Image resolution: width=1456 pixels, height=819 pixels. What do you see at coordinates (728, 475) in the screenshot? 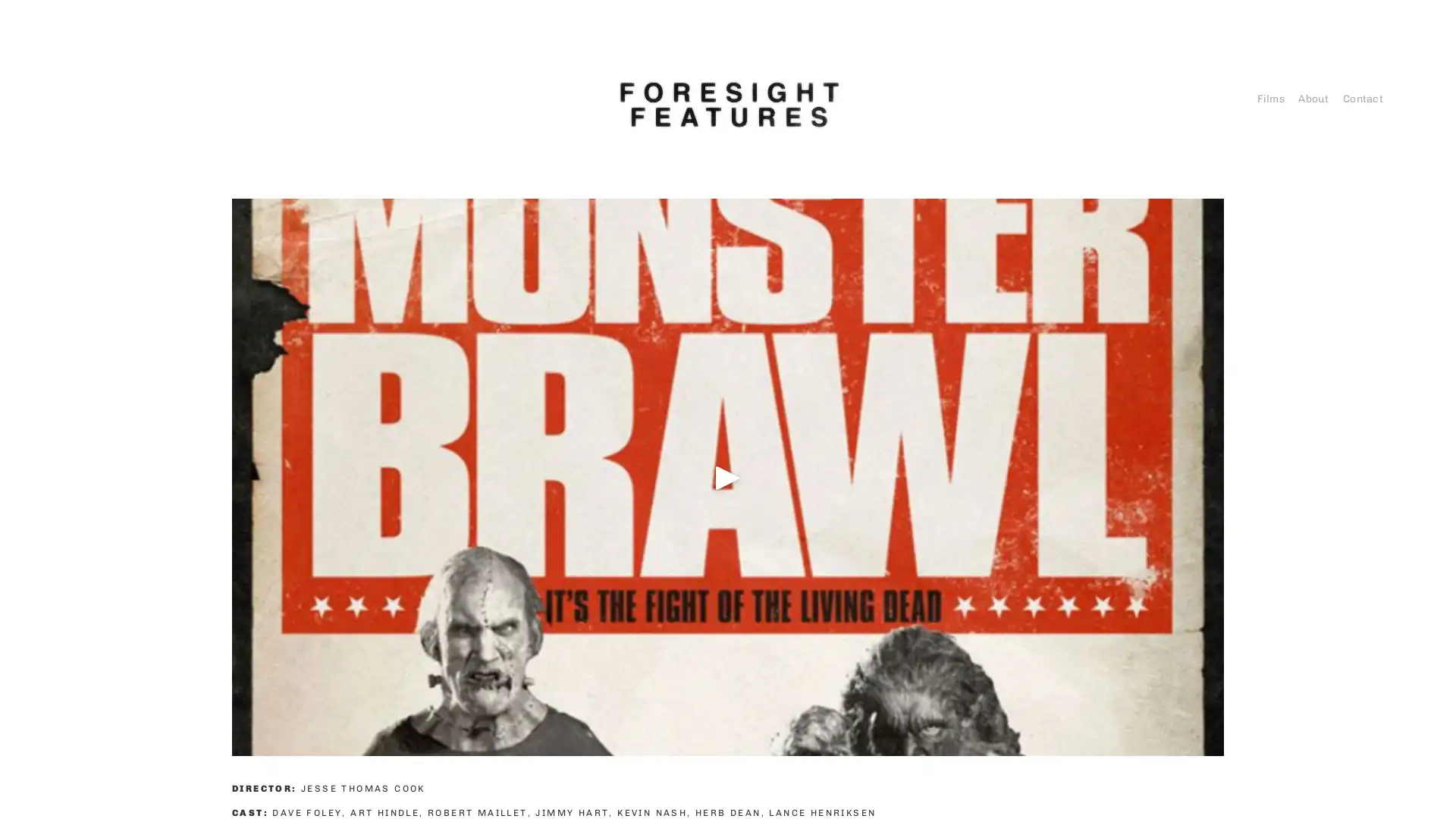
I see `Play` at bounding box center [728, 475].